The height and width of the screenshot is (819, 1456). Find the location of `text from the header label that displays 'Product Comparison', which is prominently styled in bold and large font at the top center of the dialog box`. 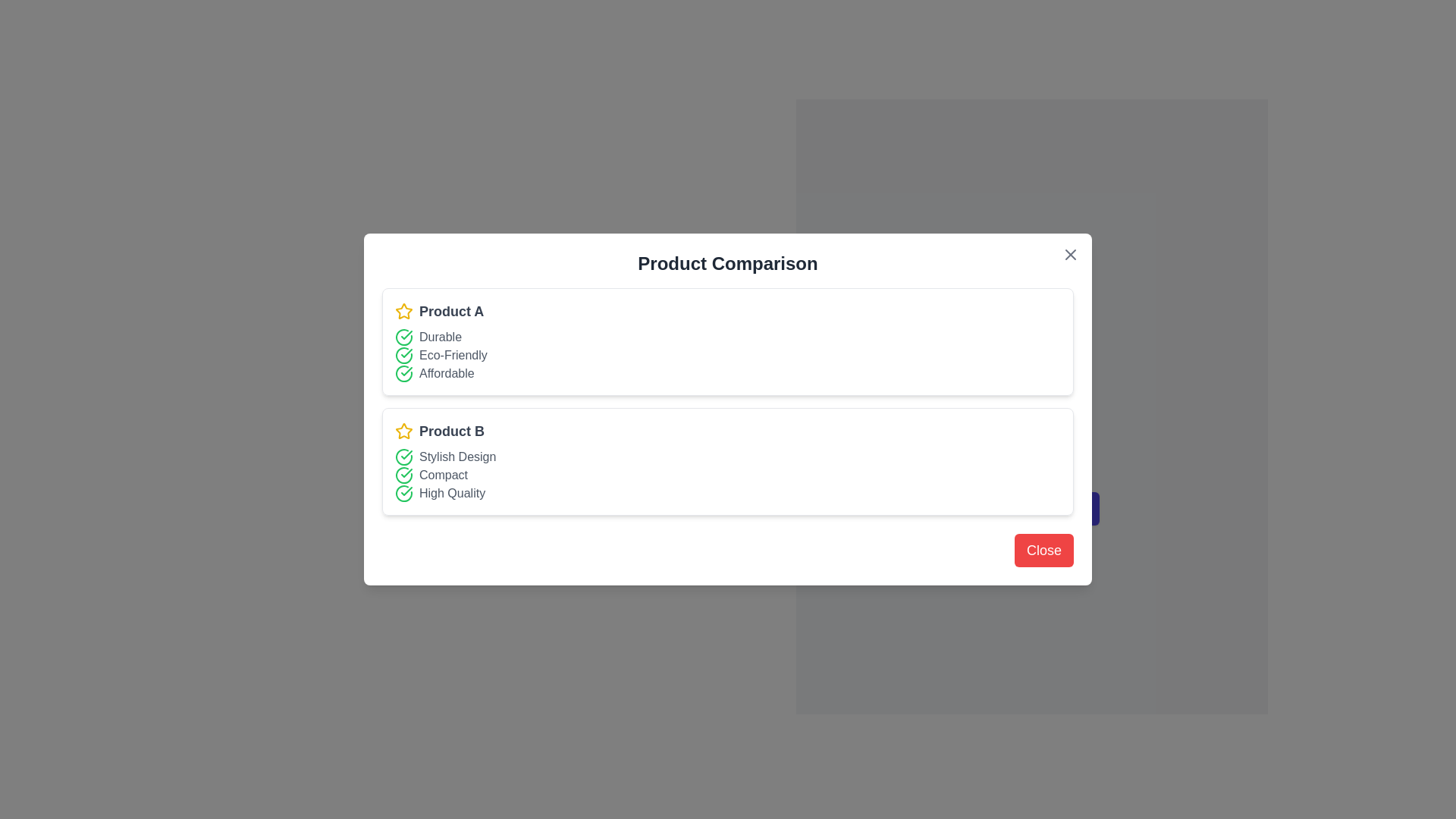

text from the header label that displays 'Product Comparison', which is prominently styled in bold and large font at the top center of the dialog box is located at coordinates (728, 262).